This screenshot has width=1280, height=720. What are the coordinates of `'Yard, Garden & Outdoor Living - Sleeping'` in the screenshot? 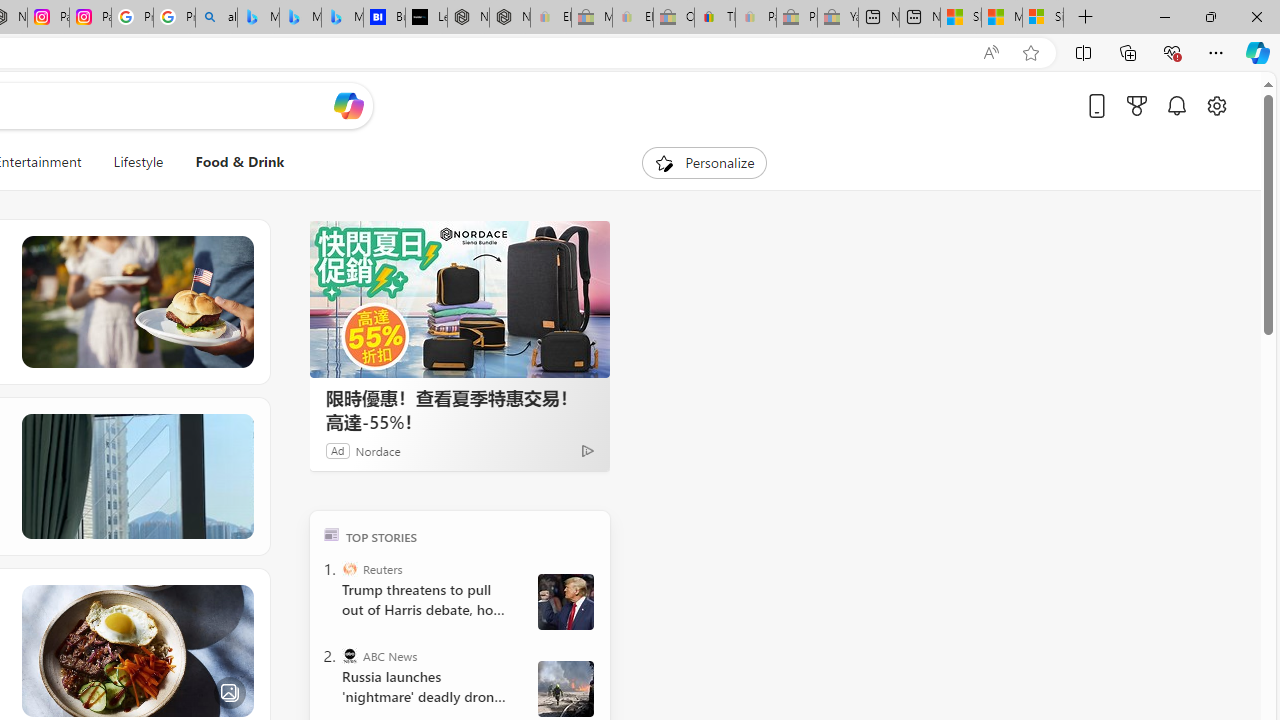 It's located at (837, 17).